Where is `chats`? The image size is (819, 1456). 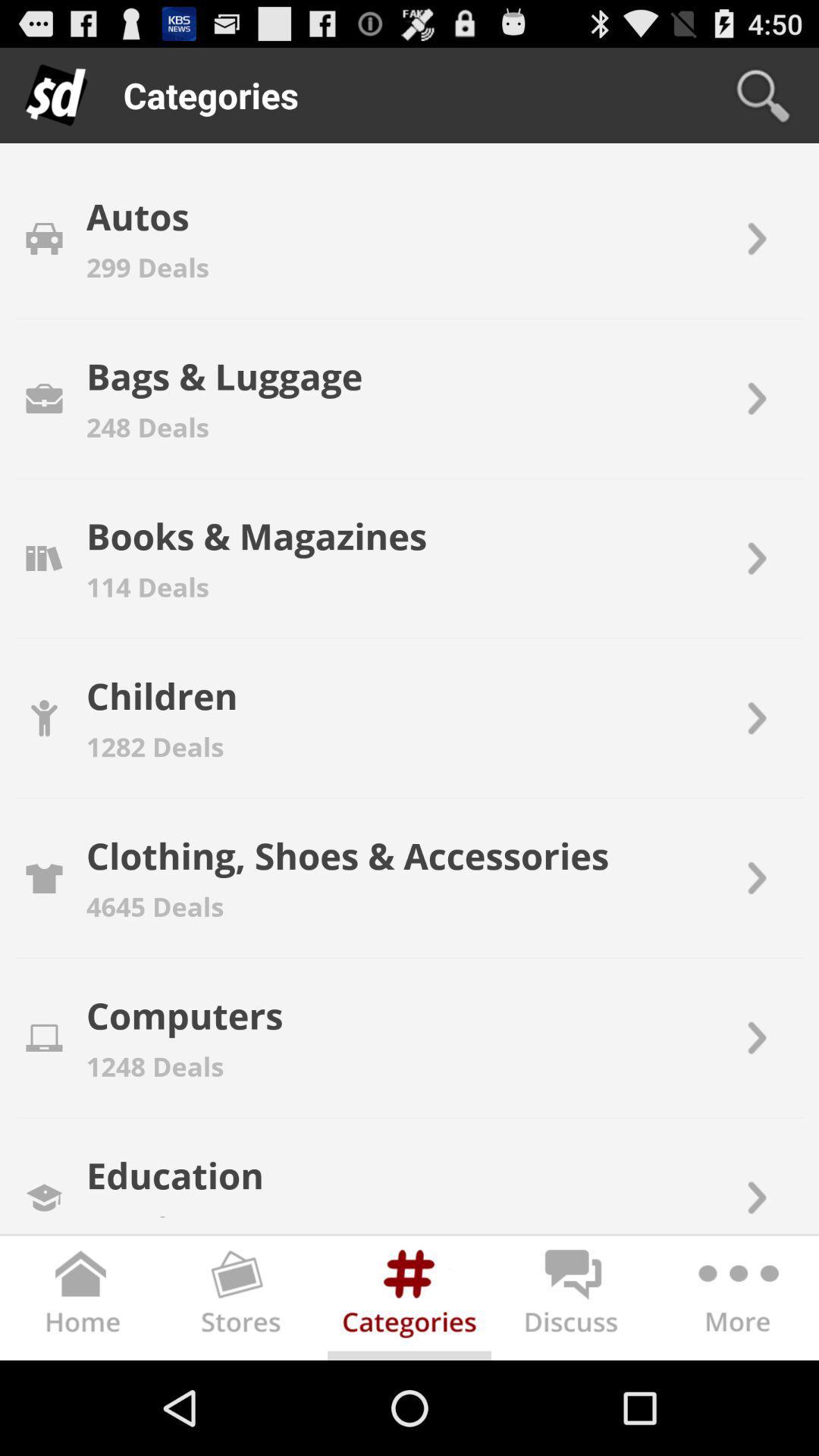 chats is located at coordinates (573, 1301).